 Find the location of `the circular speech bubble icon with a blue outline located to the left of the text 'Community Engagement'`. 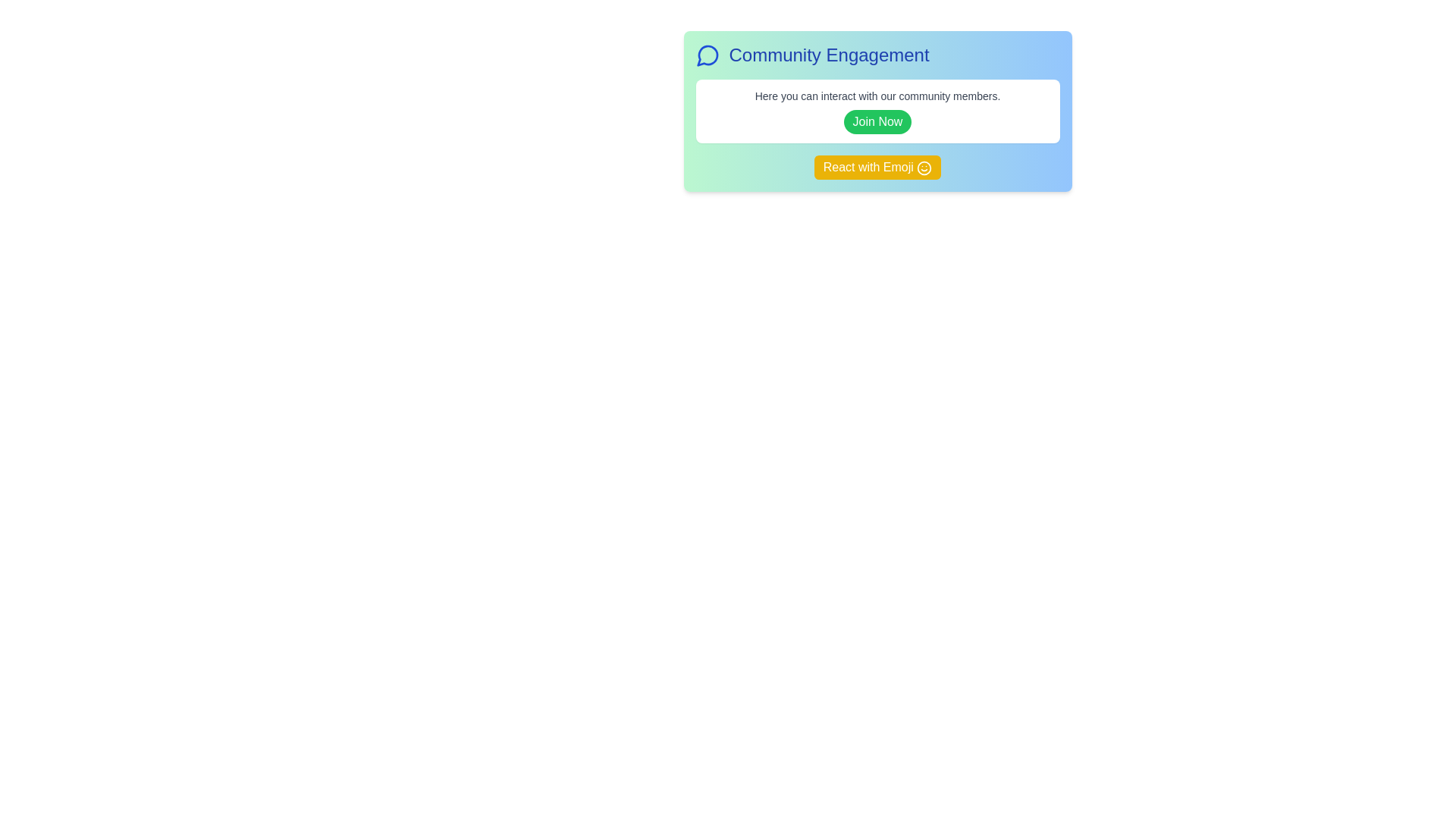

the circular speech bubble icon with a blue outline located to the left of the text 'Community Engagement' is located at coordinates (707, 55).